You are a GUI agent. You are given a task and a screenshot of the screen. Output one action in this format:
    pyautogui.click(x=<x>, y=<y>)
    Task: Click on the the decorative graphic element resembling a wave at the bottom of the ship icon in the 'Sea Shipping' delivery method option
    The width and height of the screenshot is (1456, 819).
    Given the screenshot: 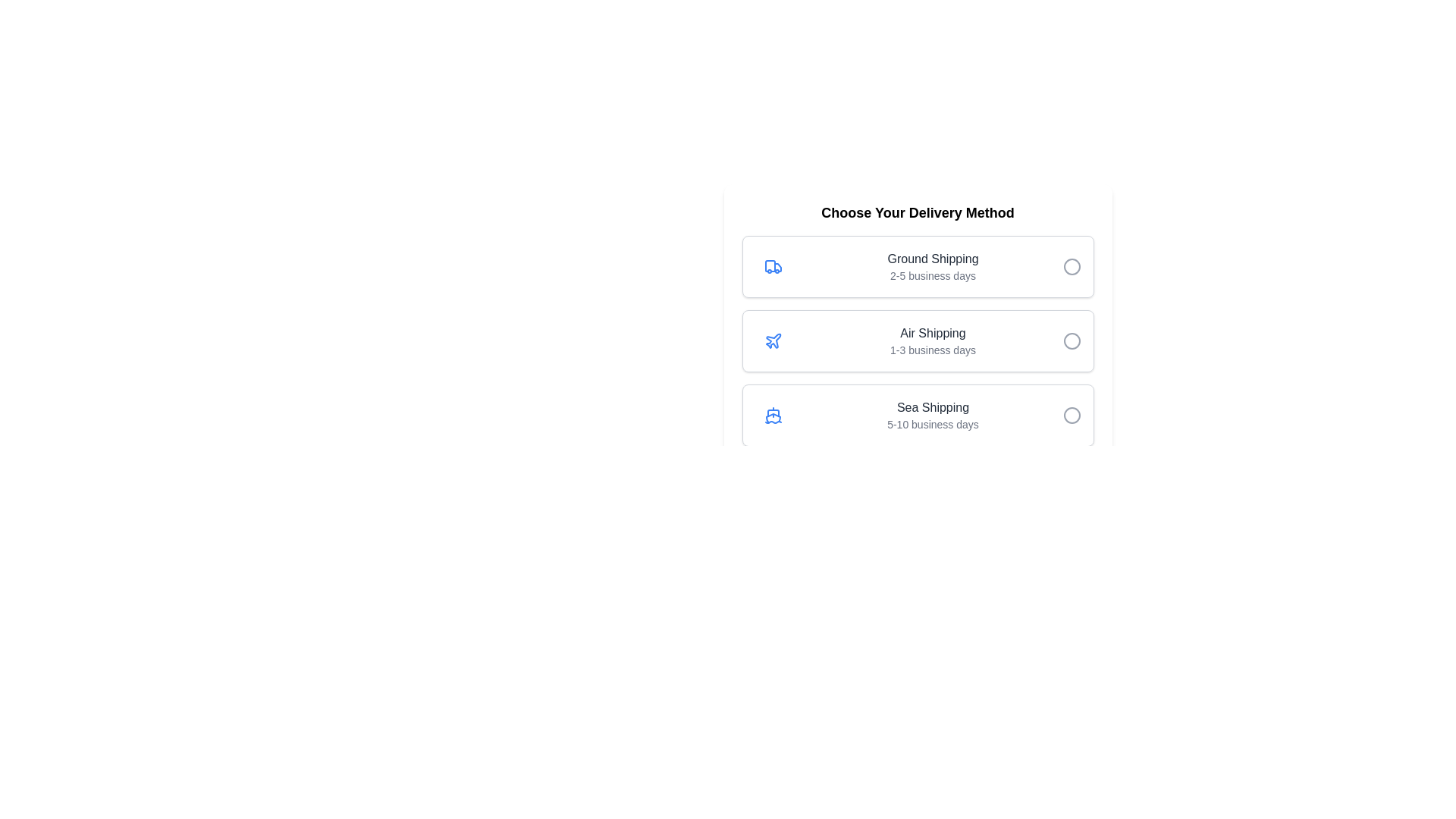 What is the action you would take?
    pyautogui.click(x=773, y=422)
    